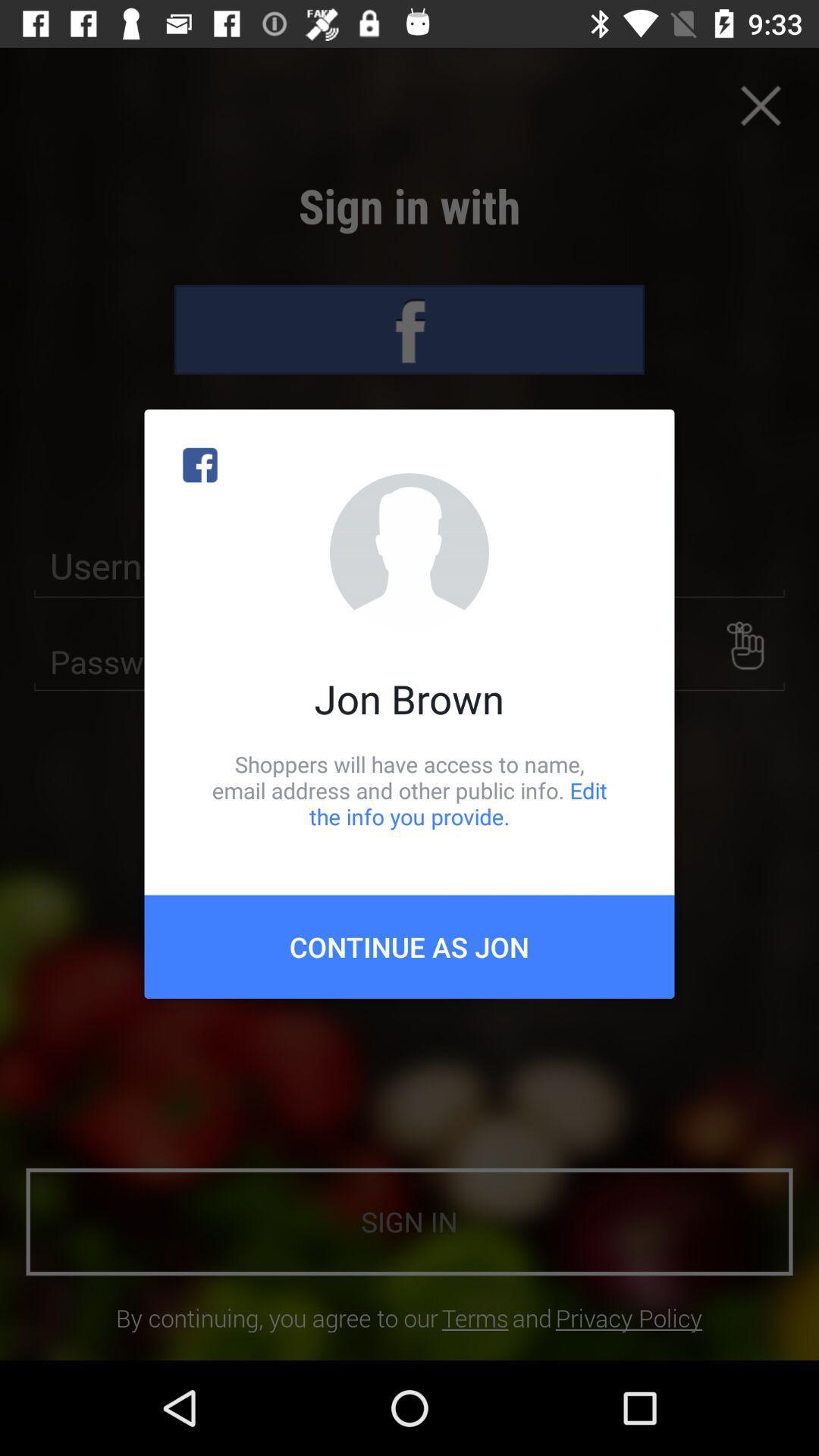 The width and height of the screenshot is (819, 1456). Describe the element at coordinates (409, 789) in the screenshot. I see `the shoppers will have` at that location.